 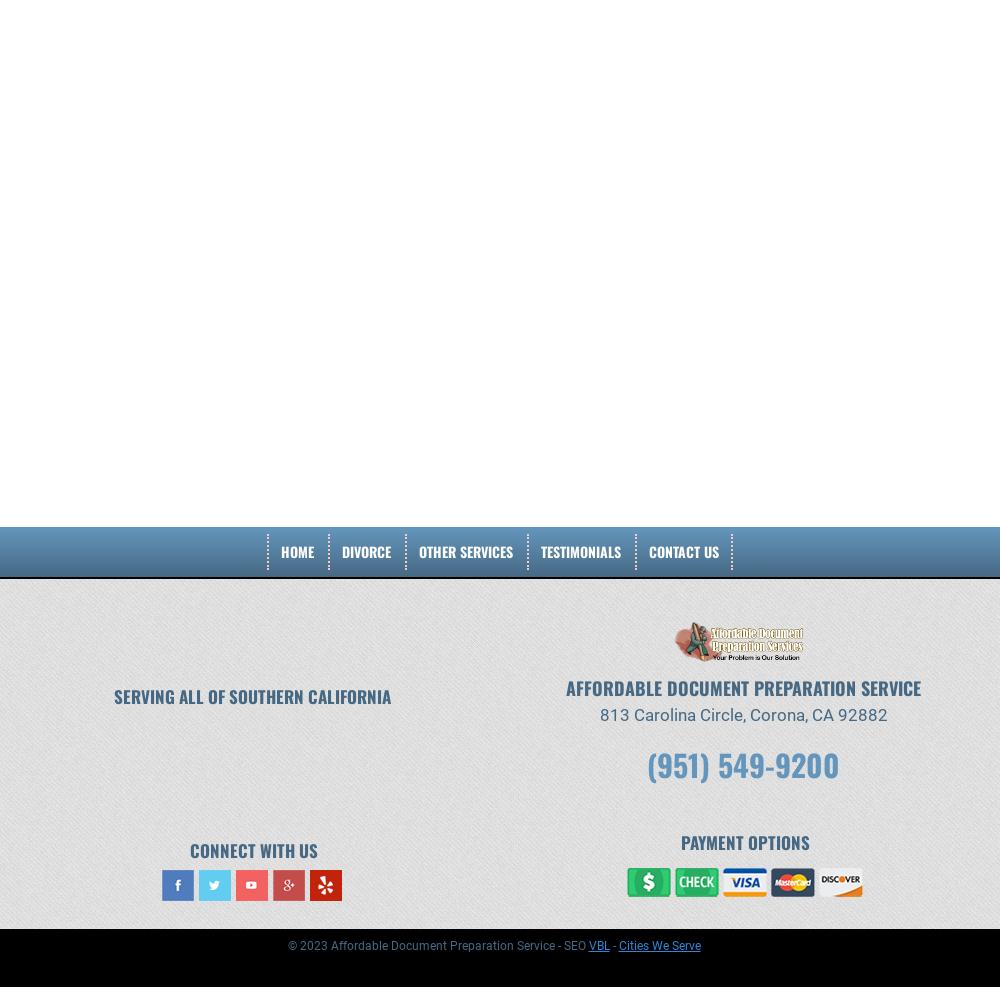 I want to click on '813 Carolina Circle, Corona, CA 92882', so click(x=742, y=713).